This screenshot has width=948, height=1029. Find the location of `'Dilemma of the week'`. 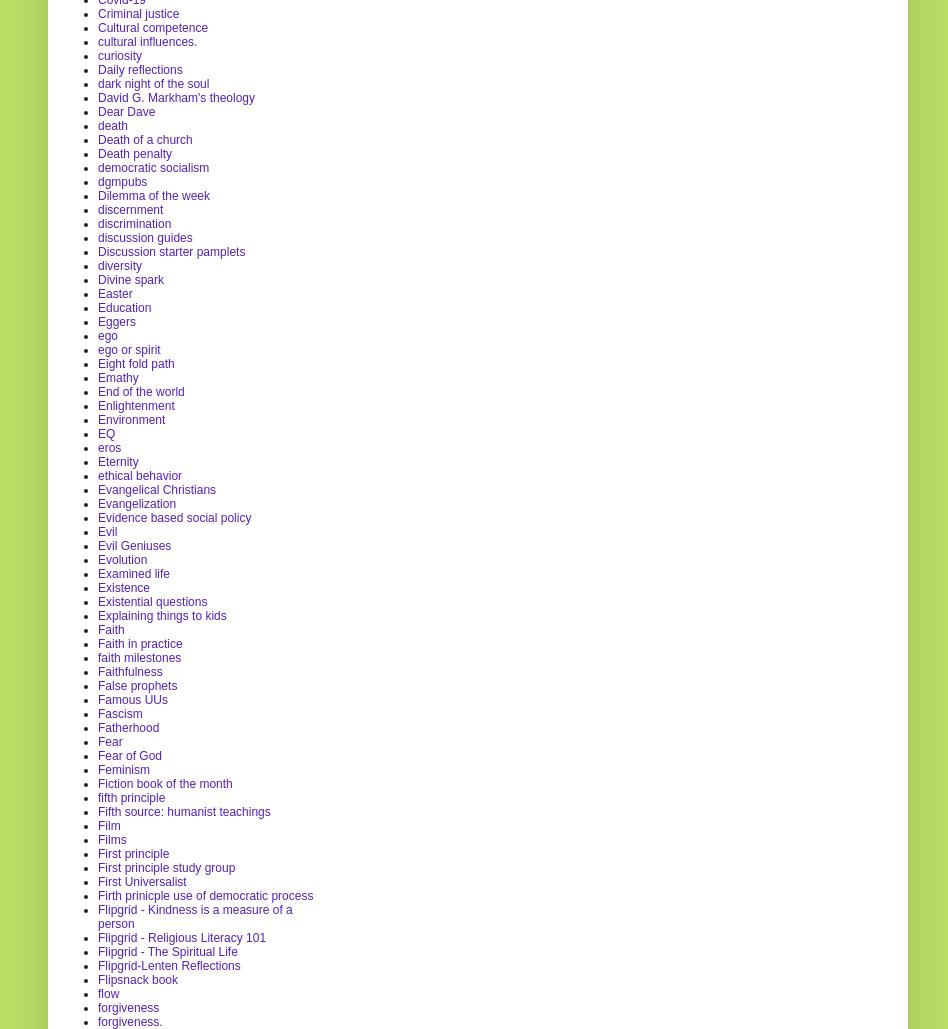

'Dilemma of the week' is located at coordinates (152, 194).